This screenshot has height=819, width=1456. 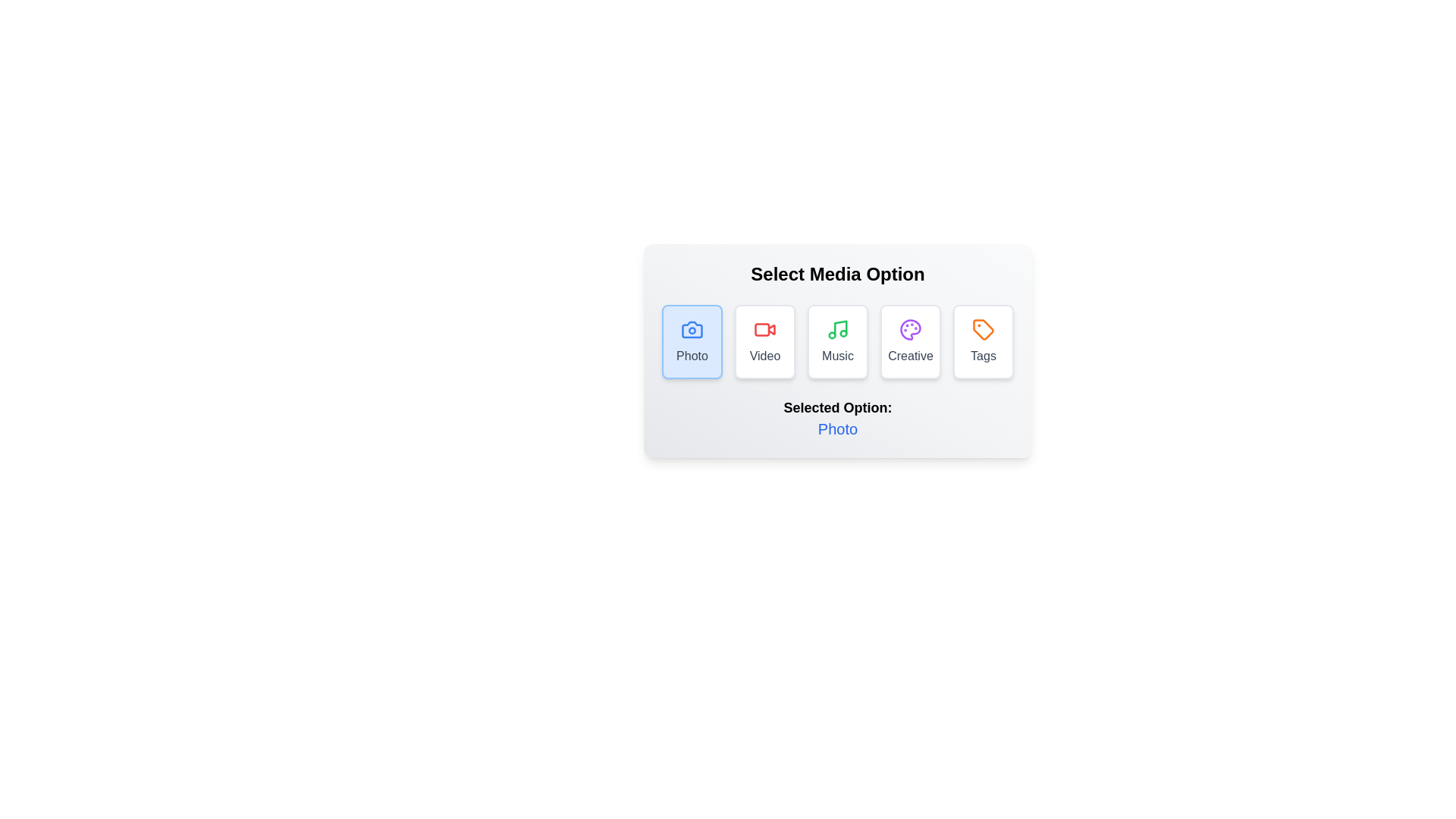 I want to click on the media option Tags by clicking on its corresponding button, so click(x=983, y=342).